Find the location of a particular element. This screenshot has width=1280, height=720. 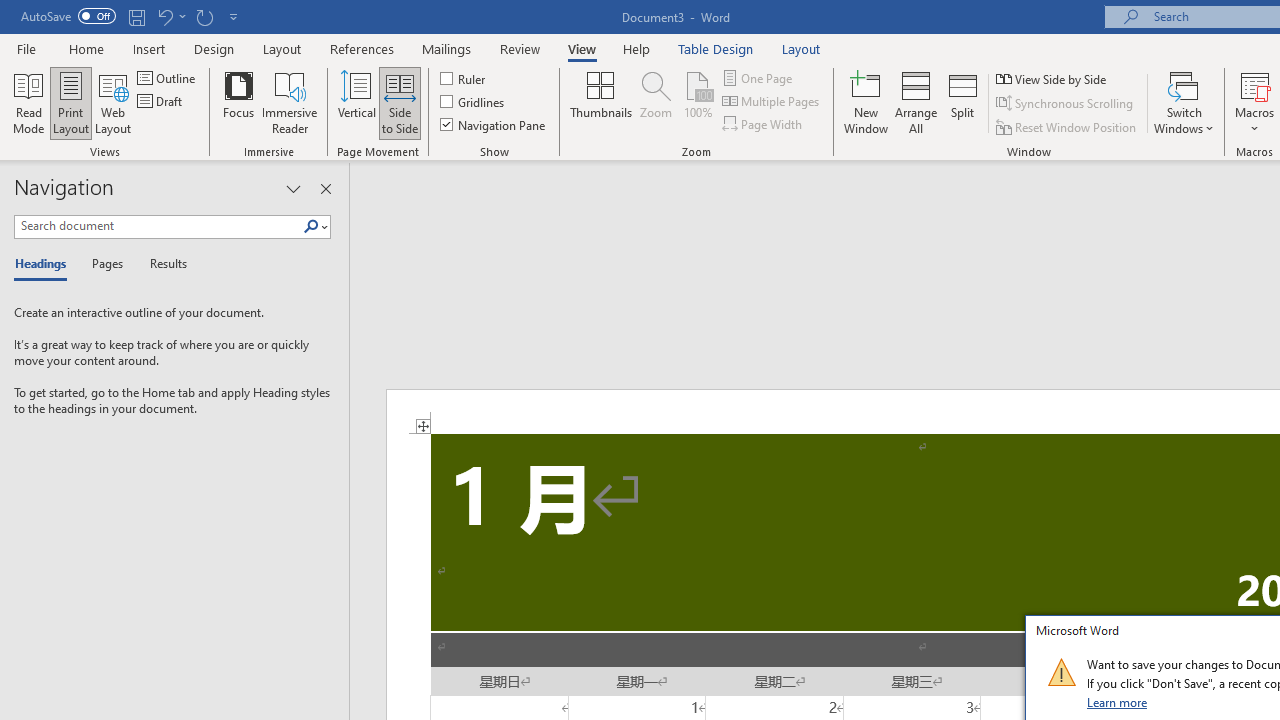

'Zoom...' is located at coordinates (656, 103).